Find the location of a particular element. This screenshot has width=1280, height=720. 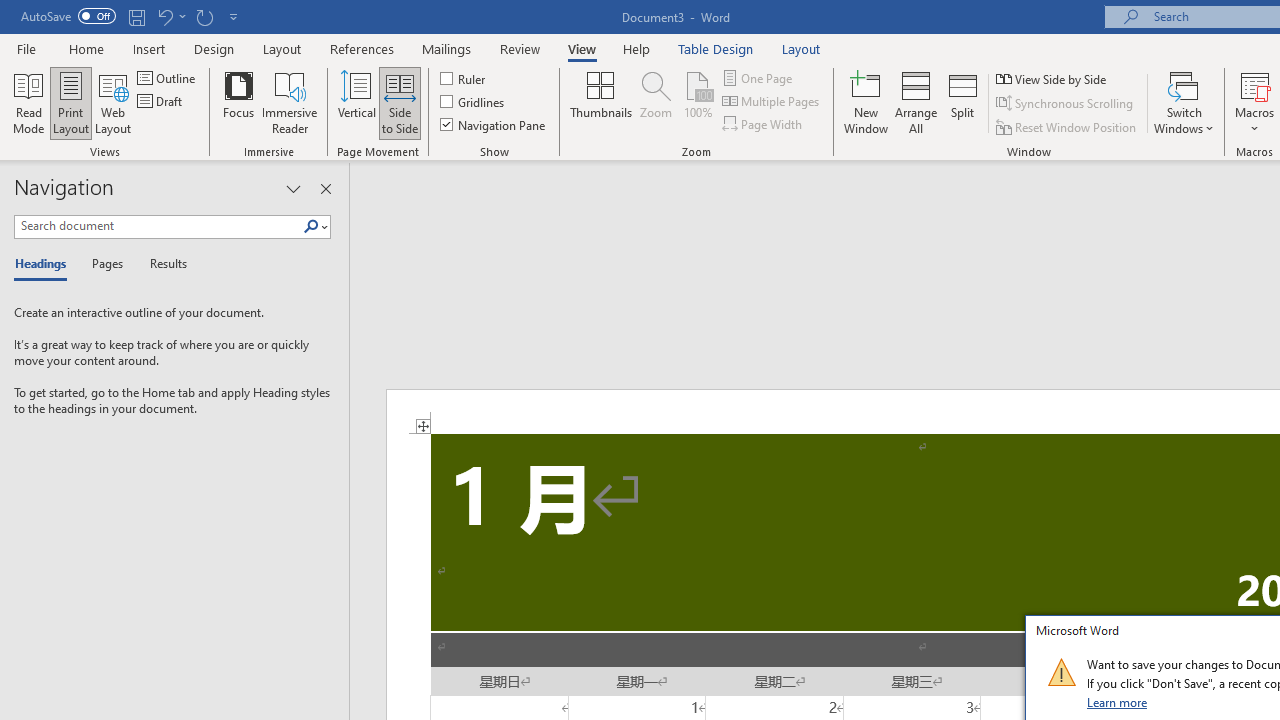

'Zoom...' is located at coordinates (656, 103).